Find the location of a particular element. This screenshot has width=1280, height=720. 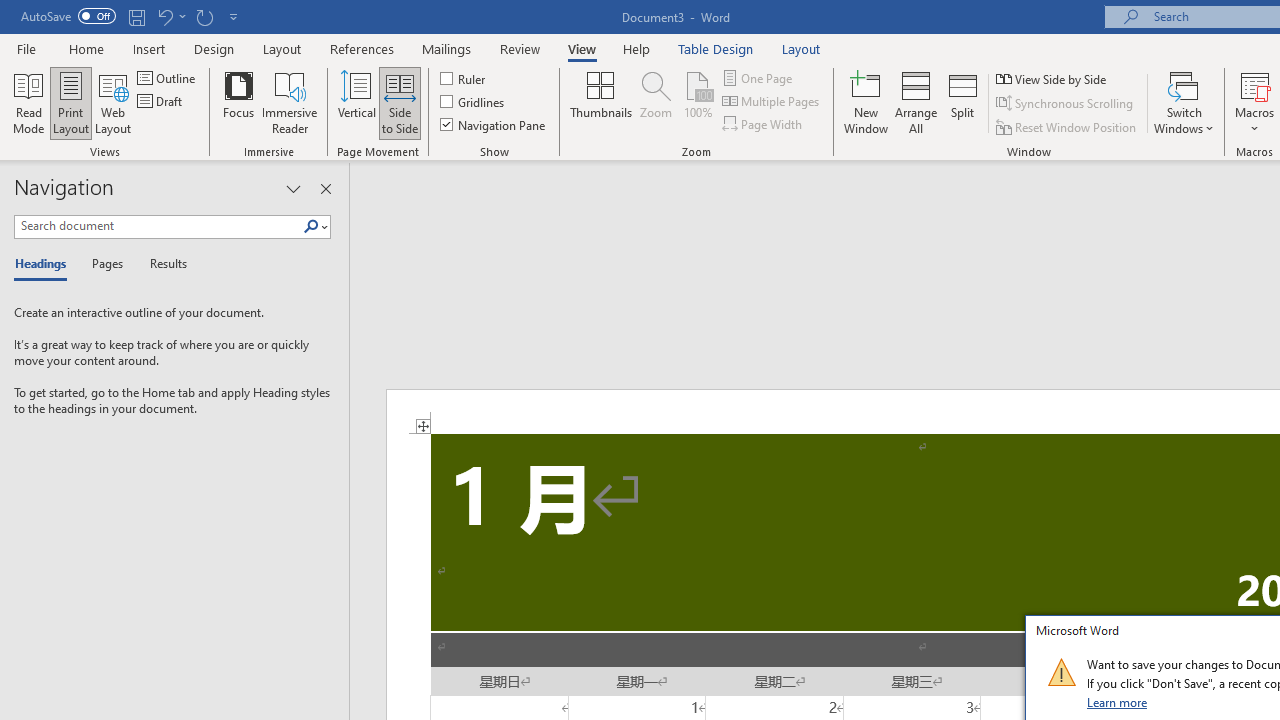

'Zoom...' is located at coordinates (656, 103).